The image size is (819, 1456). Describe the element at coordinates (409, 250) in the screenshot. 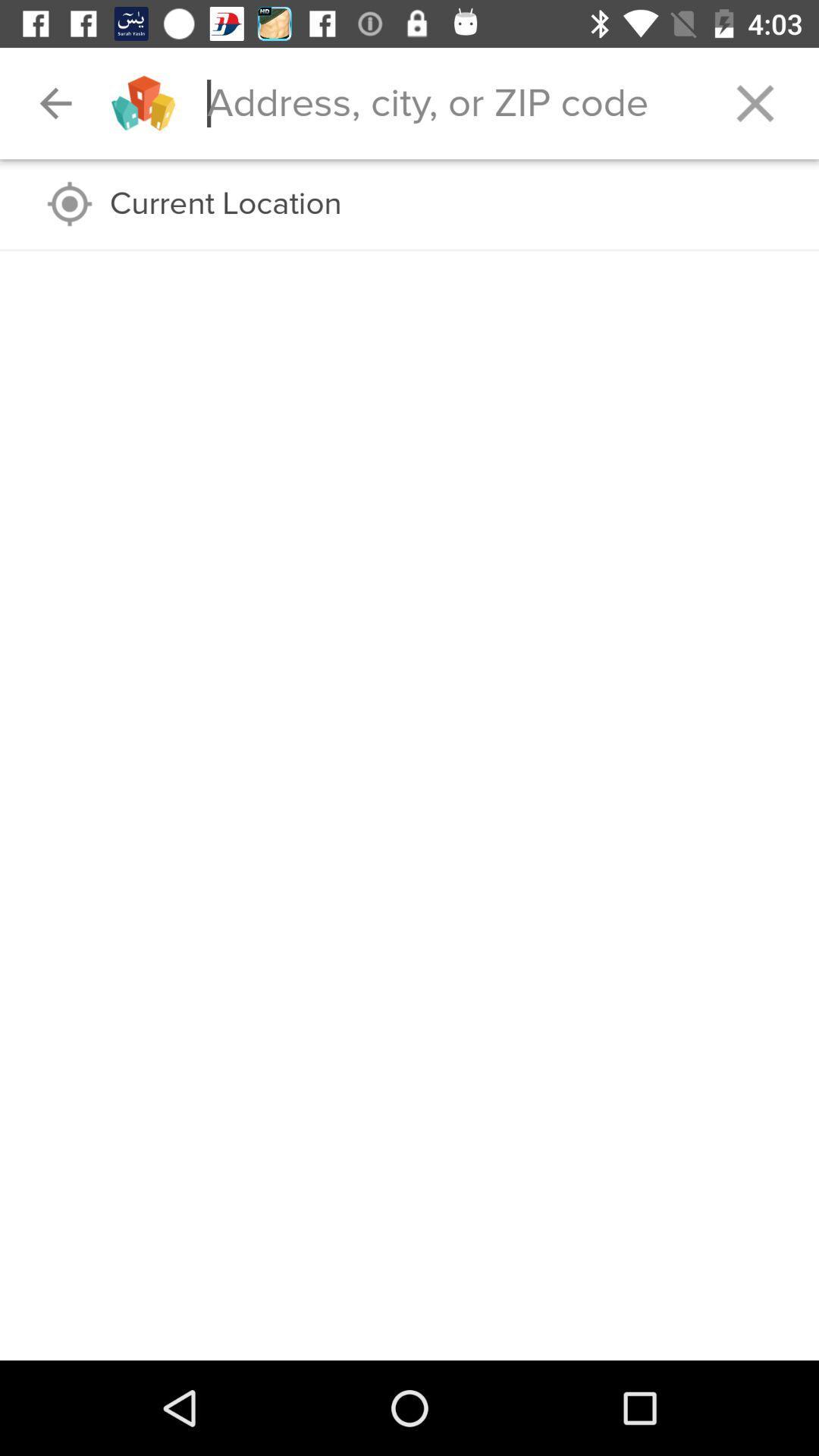

I see `item below current location icon` at that location.